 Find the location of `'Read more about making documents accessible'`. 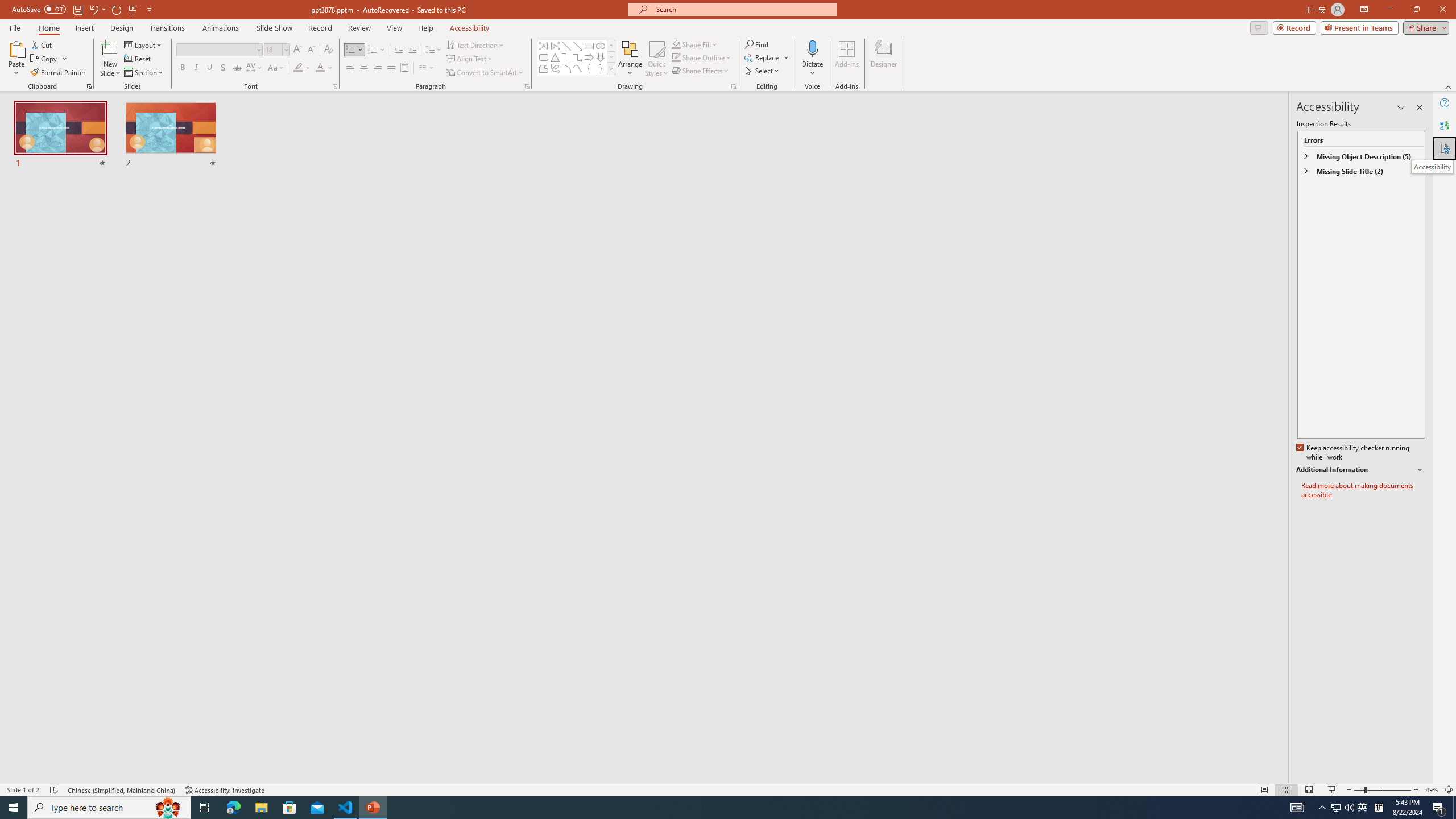

'Read more about making documents accessible' is located at coordinates (1363, 490).